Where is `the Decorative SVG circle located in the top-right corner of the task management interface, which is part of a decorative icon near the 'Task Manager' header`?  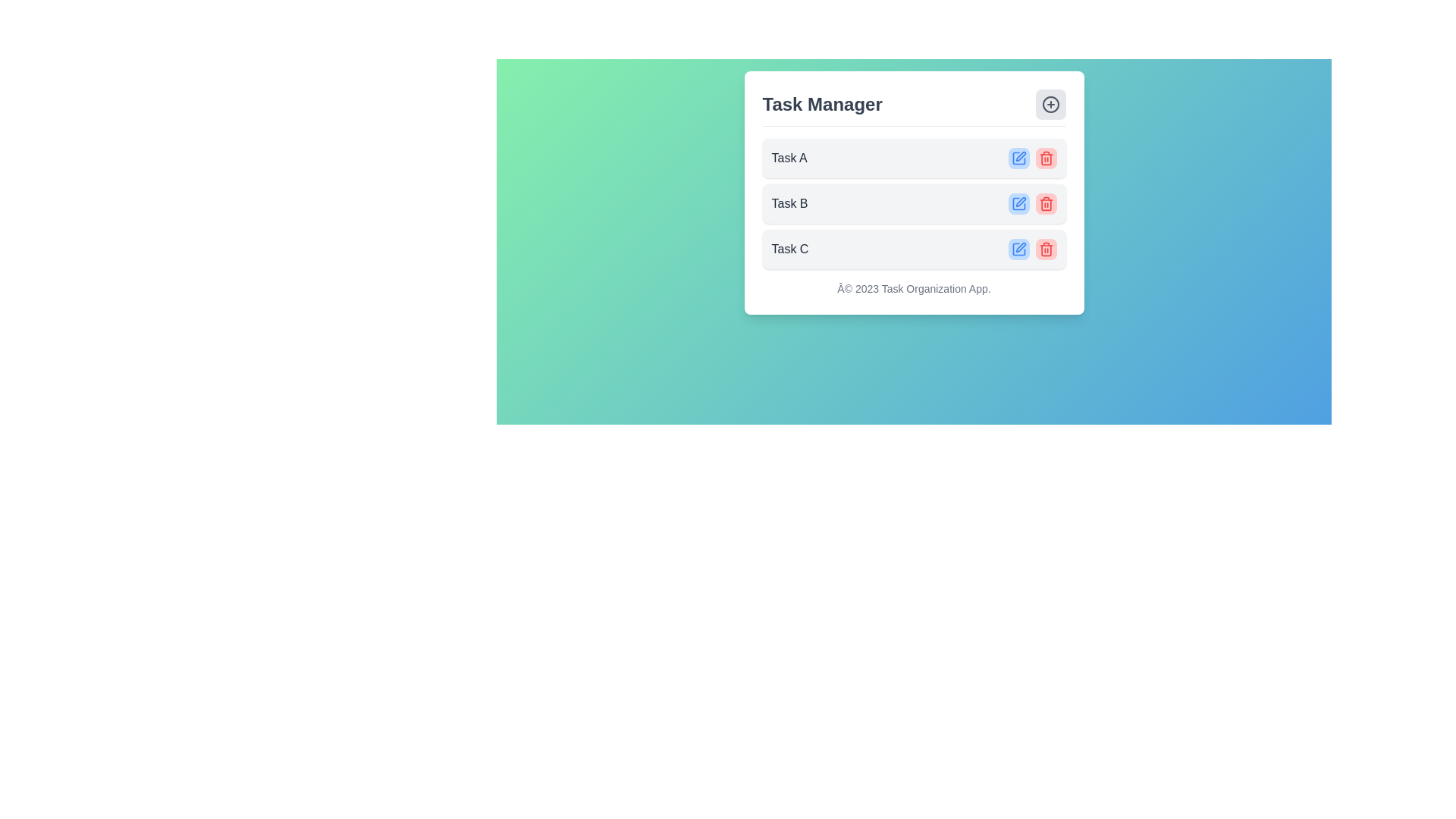 the Decorative SVG circle located in the top-right corner of the task management interface, which is part of a decorative icon near the 'Task Manager' header is located at coordinates (1050, 104).